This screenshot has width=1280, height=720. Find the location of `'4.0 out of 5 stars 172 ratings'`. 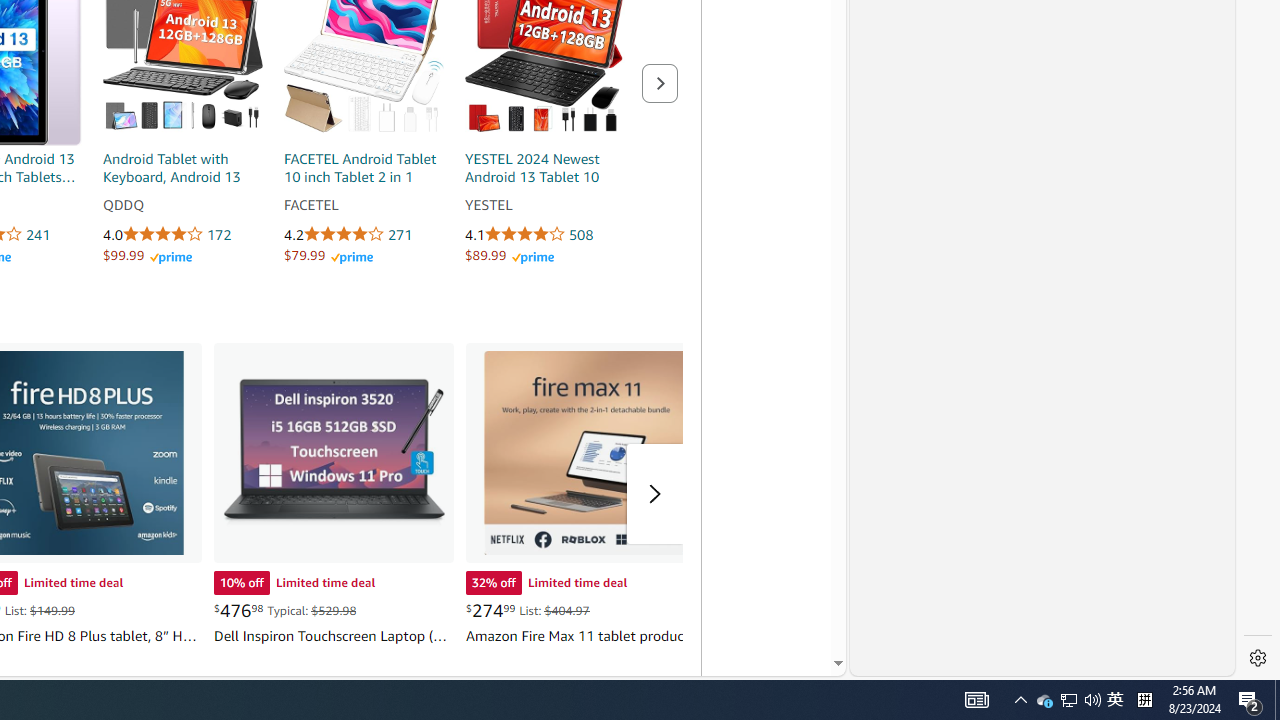

'4.0 out of 5 stars 172 ratings' is located at coordinates (182, 234).